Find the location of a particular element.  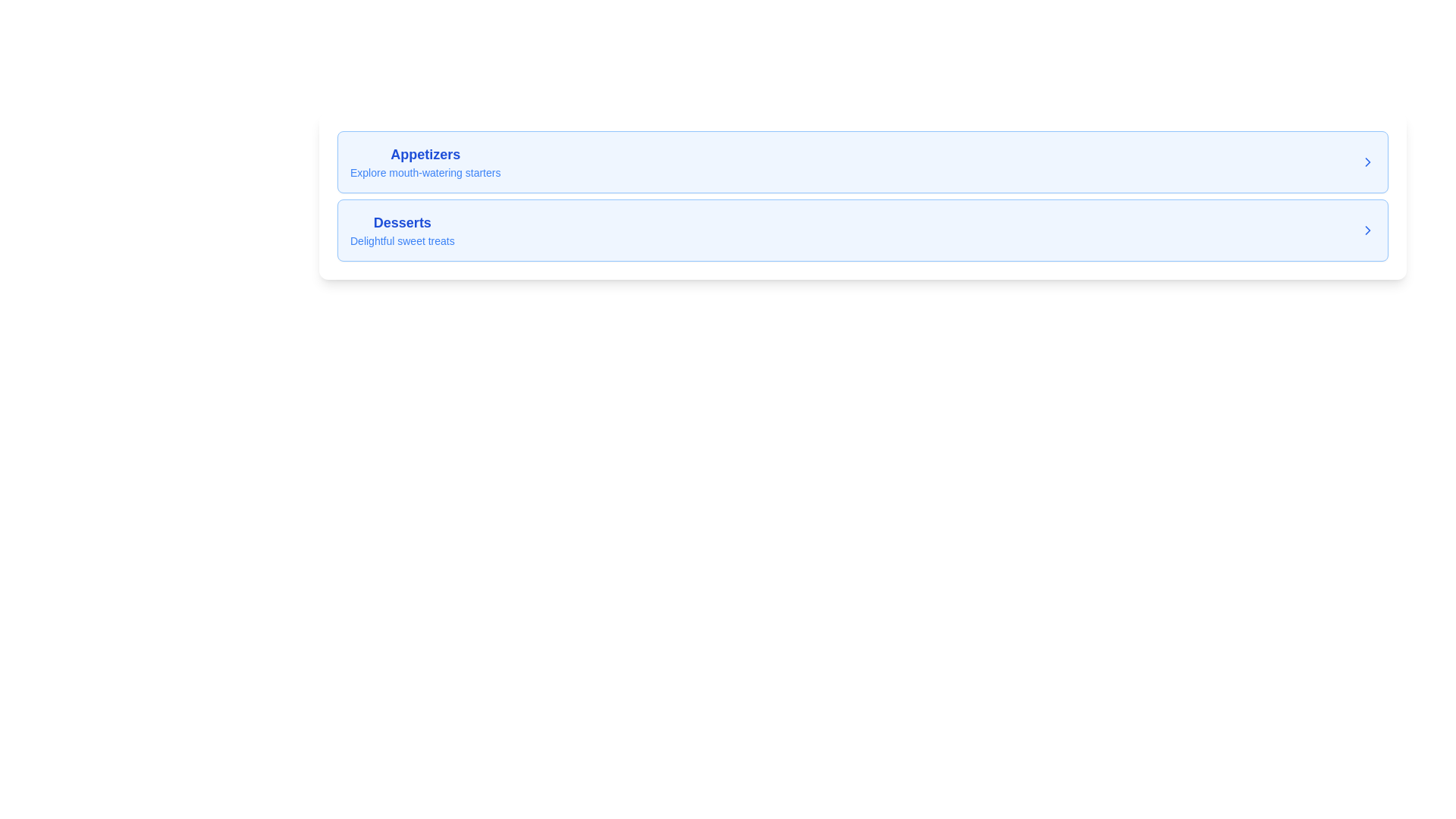

the rightmost icon within the 'Desserts' card is located at coordinates (1368, 231).